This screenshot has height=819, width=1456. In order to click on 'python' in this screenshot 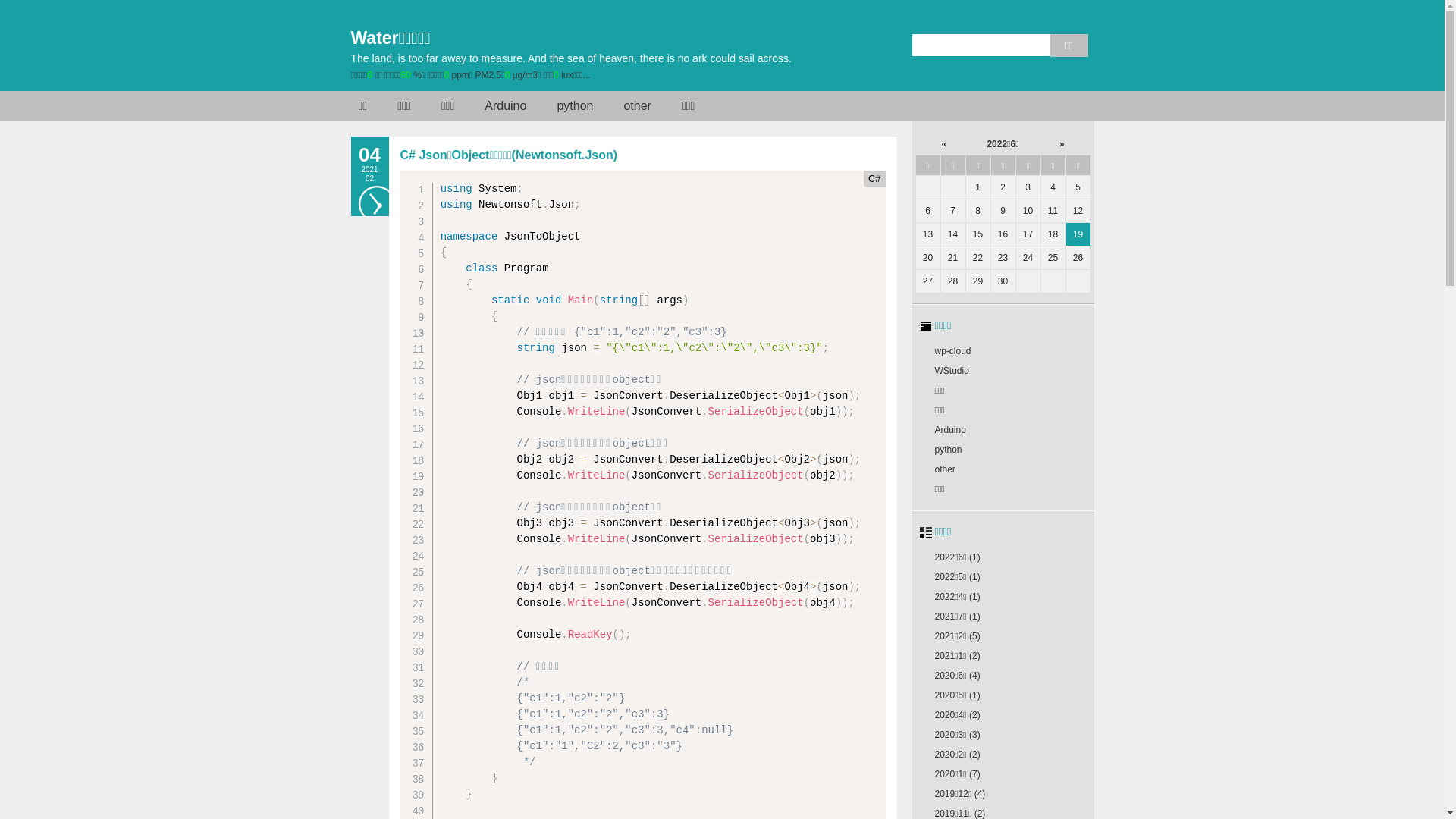, I will do `click(574, 105)`.